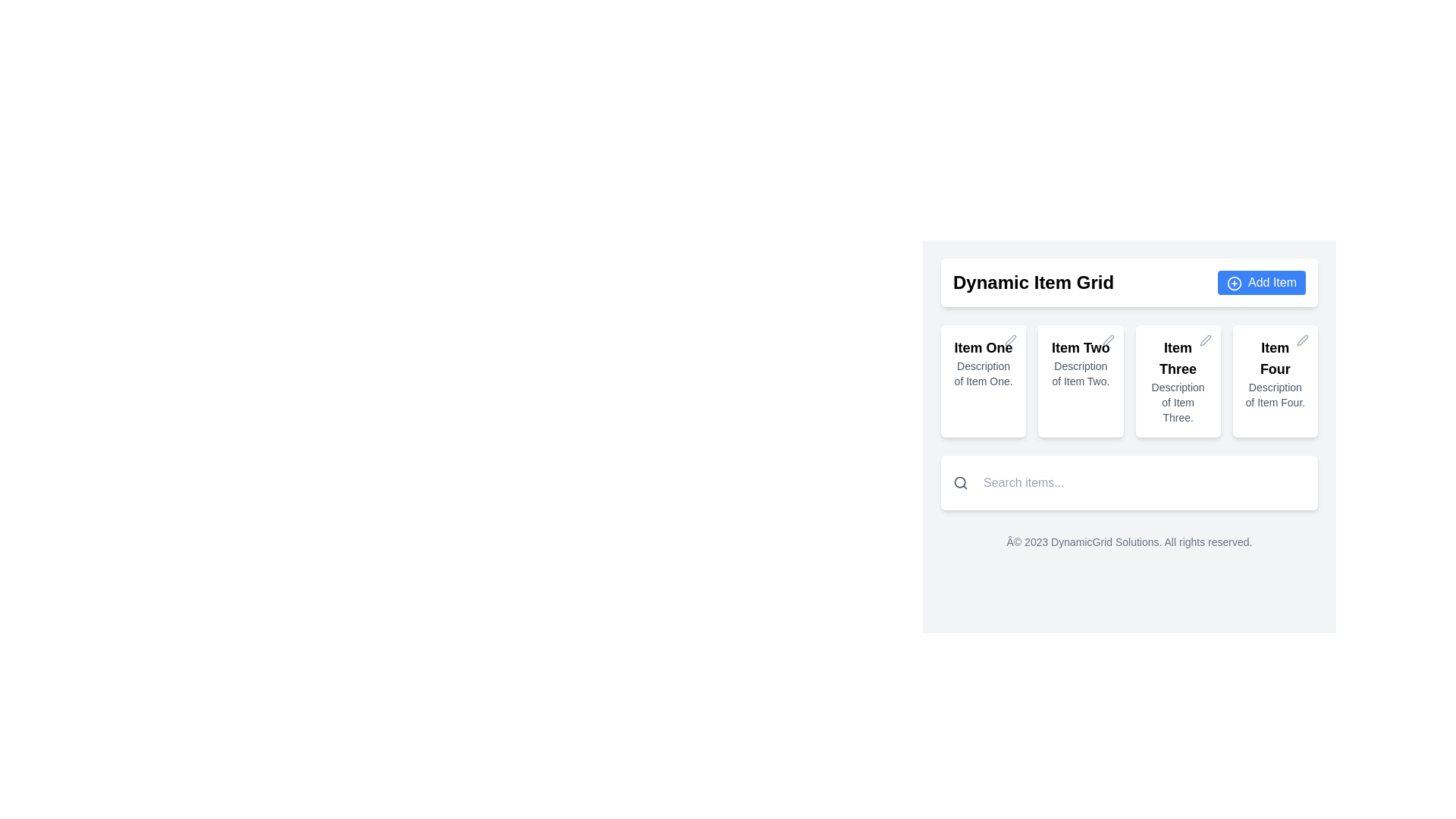 The height and width of the screenshot is (819, 1456). What do you see at coordinates (1080, 374) in the screenshot?
I see `the text label providing supplementary information for 'Item Two', located below its title in the second card of a horizontally aligned grid of four cards` at bounding box center [1080, 374].